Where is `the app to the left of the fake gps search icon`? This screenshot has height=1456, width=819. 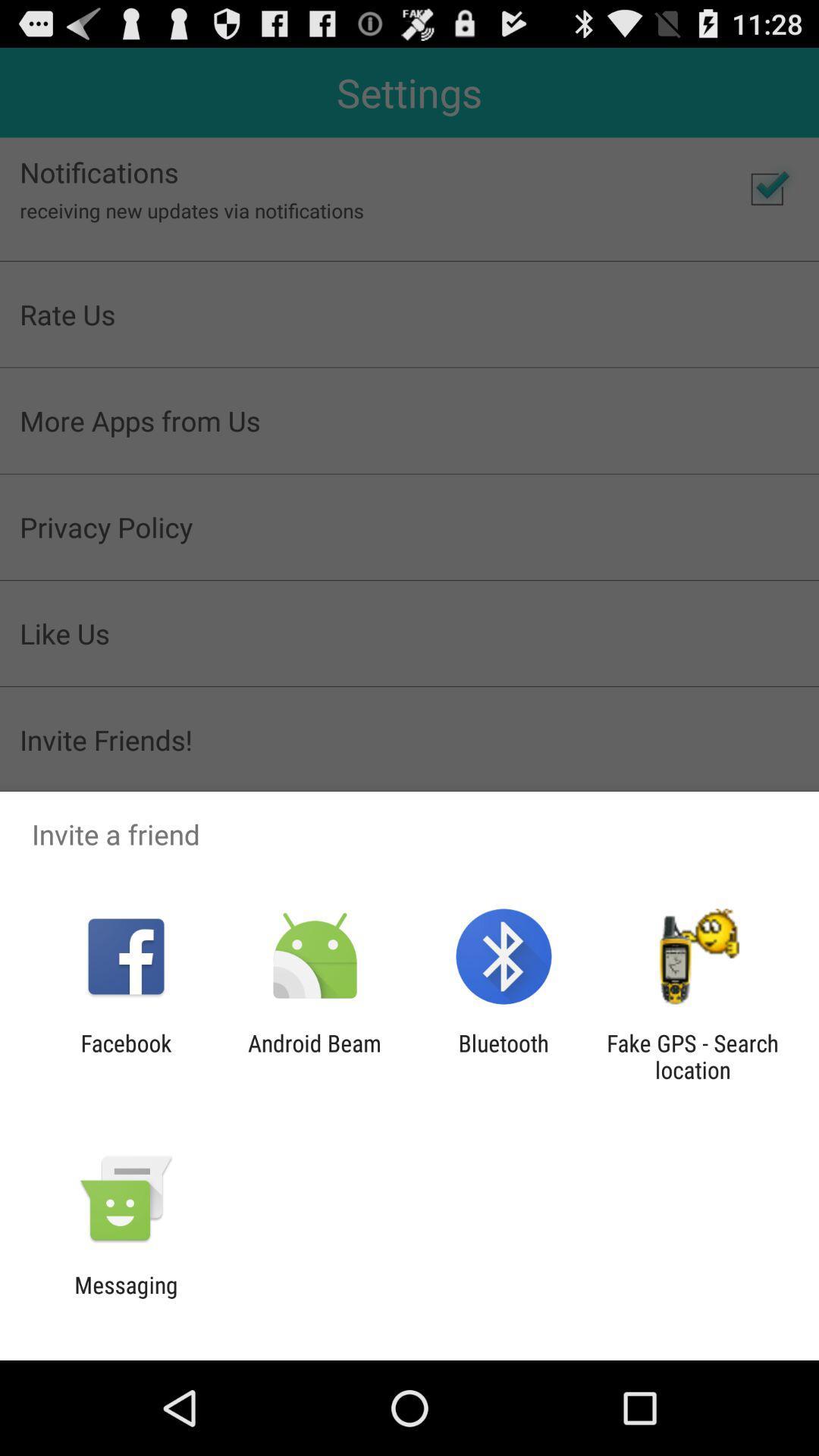 the app to the left of the fake gps search icon is located at coordinates (504, 1056).